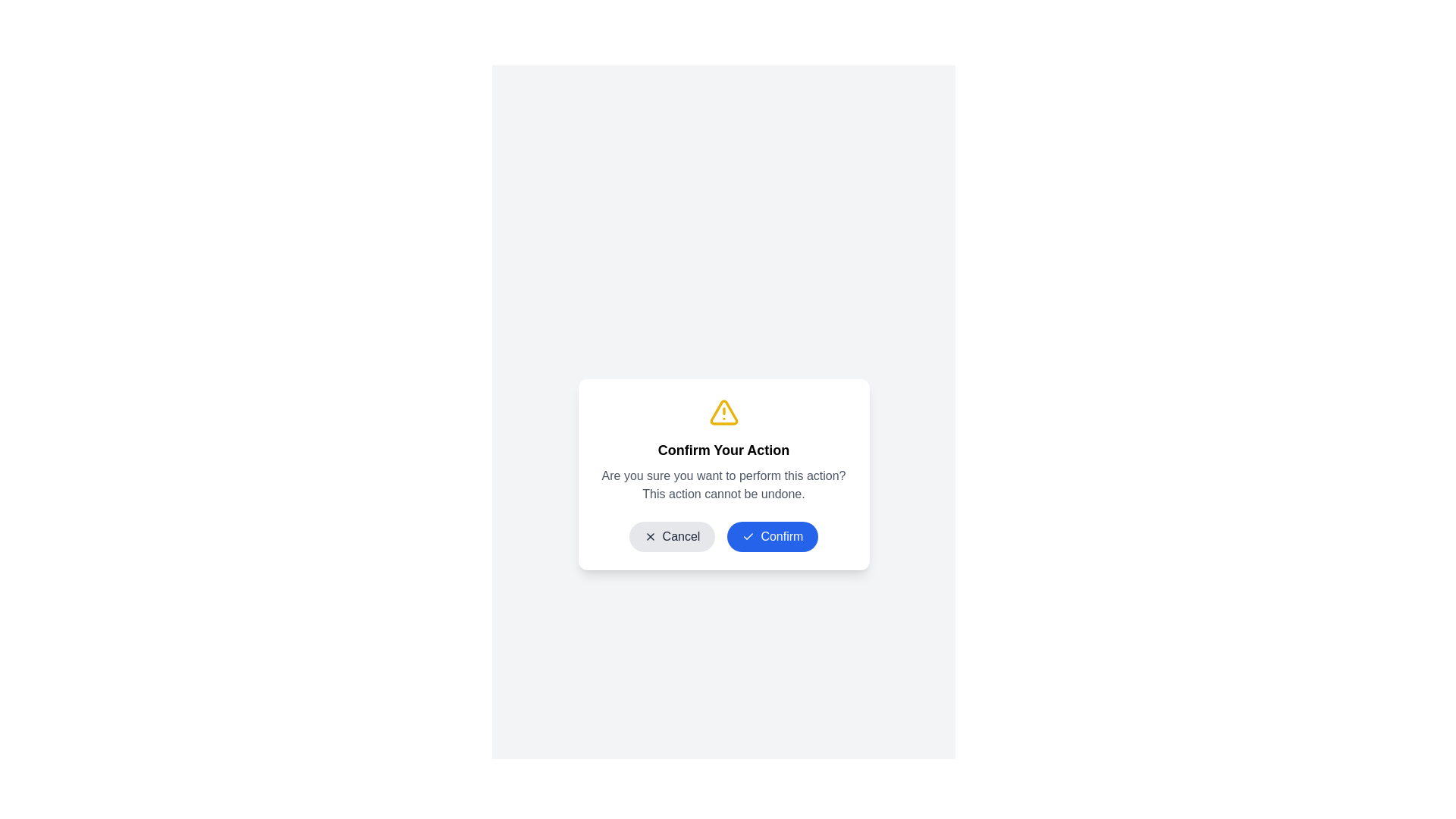 The width and height of the screenshot is (1456, 819). What do you see at coordinates (772, 536) in the screenshot?
I see `the 'Confirm' button with rounded corners and a blue background, located in the bottom-right corner of the modal dialog box to confirm the action` at bounding box center [772, 536].